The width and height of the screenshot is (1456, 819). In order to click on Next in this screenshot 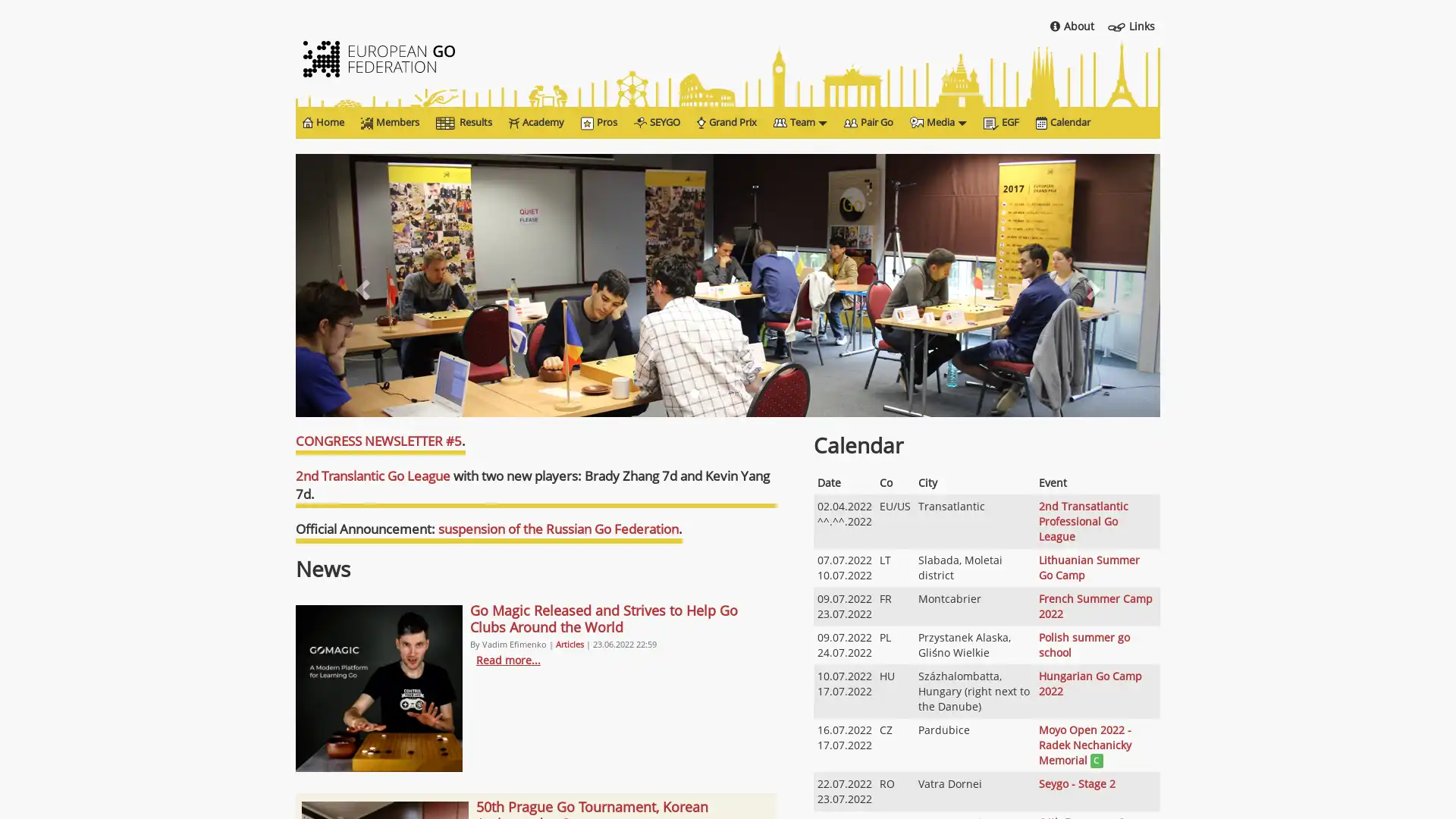, I will do `click(1095, 284)`.